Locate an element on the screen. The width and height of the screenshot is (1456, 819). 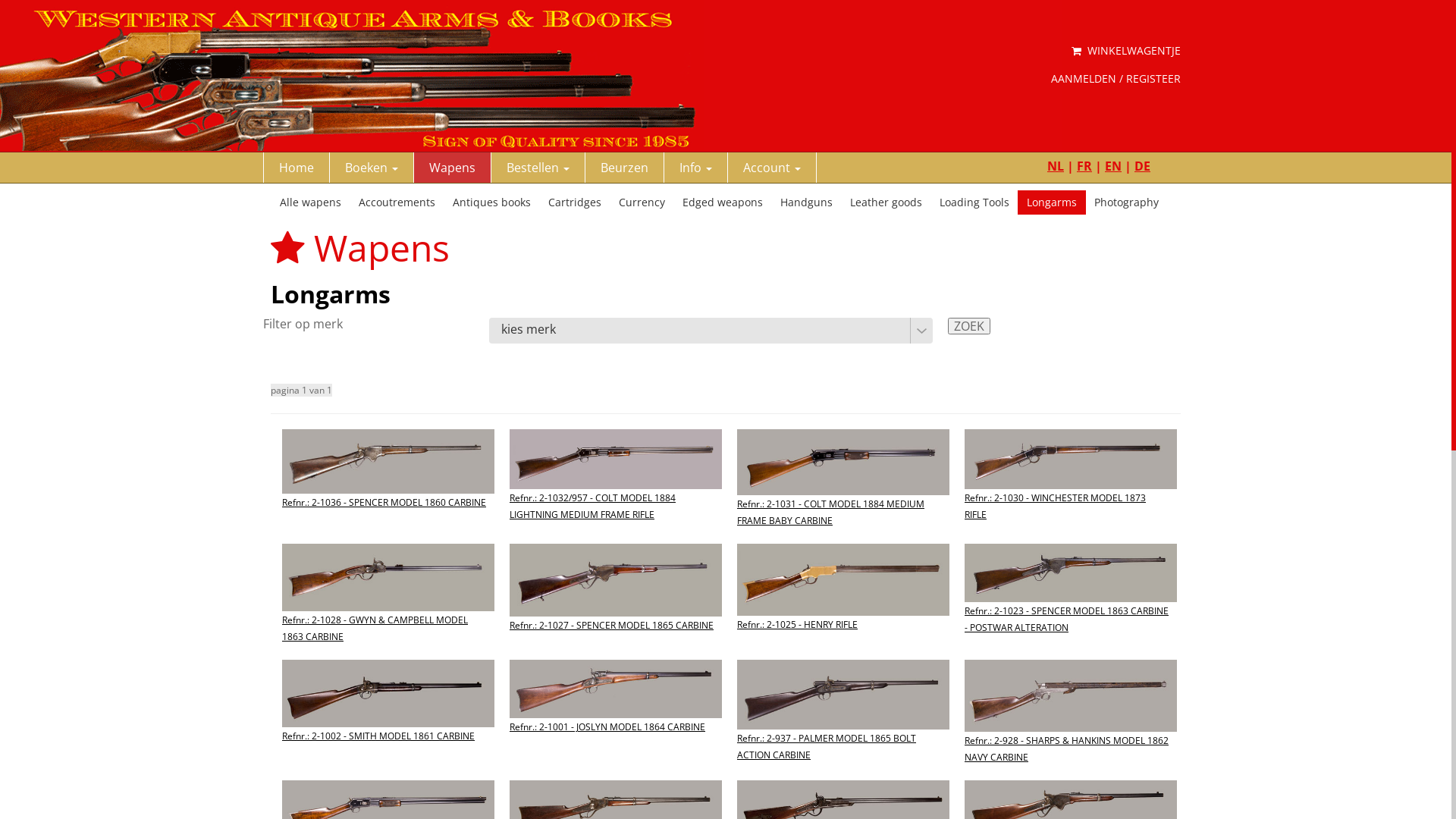
'  WINKELWAGENTJE' is located at coordinates (1070, 49).